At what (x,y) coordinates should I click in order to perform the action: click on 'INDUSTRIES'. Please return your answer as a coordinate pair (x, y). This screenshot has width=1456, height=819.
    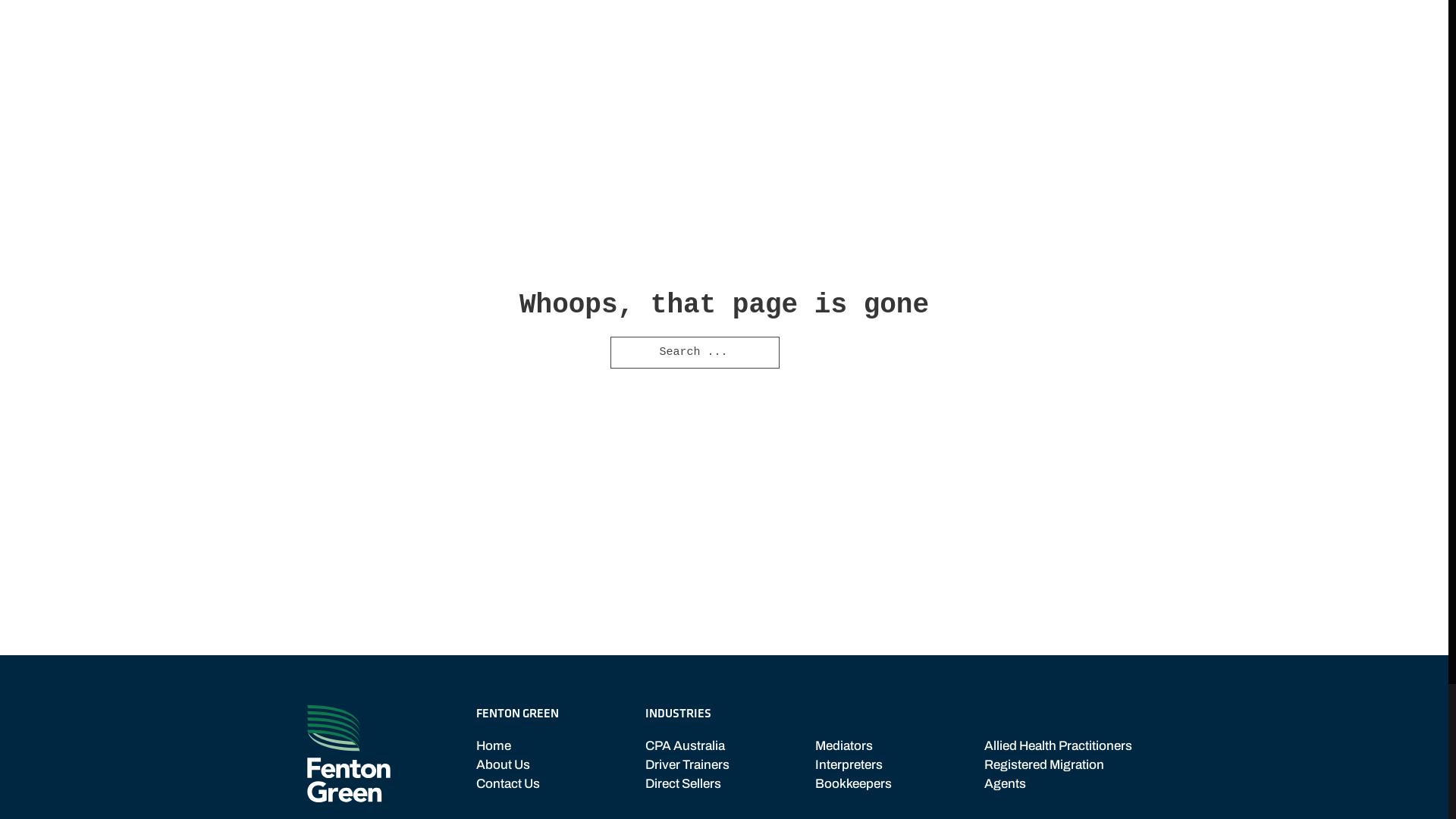
    Looking at the image, I should click on (979, 30).